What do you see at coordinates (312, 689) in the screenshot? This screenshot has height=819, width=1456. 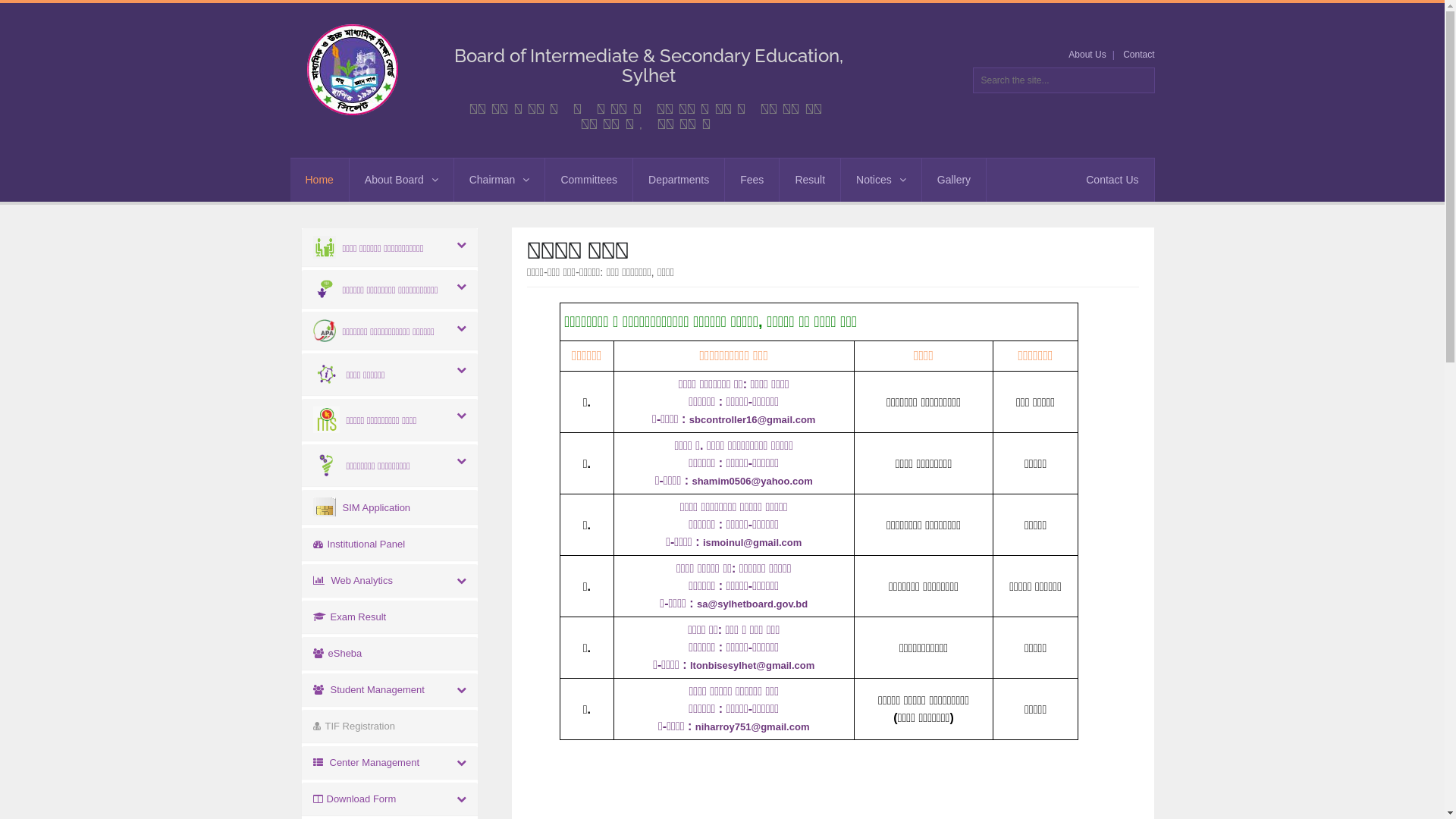 I see `'   Student Management'` at bounding box center [312, 689].